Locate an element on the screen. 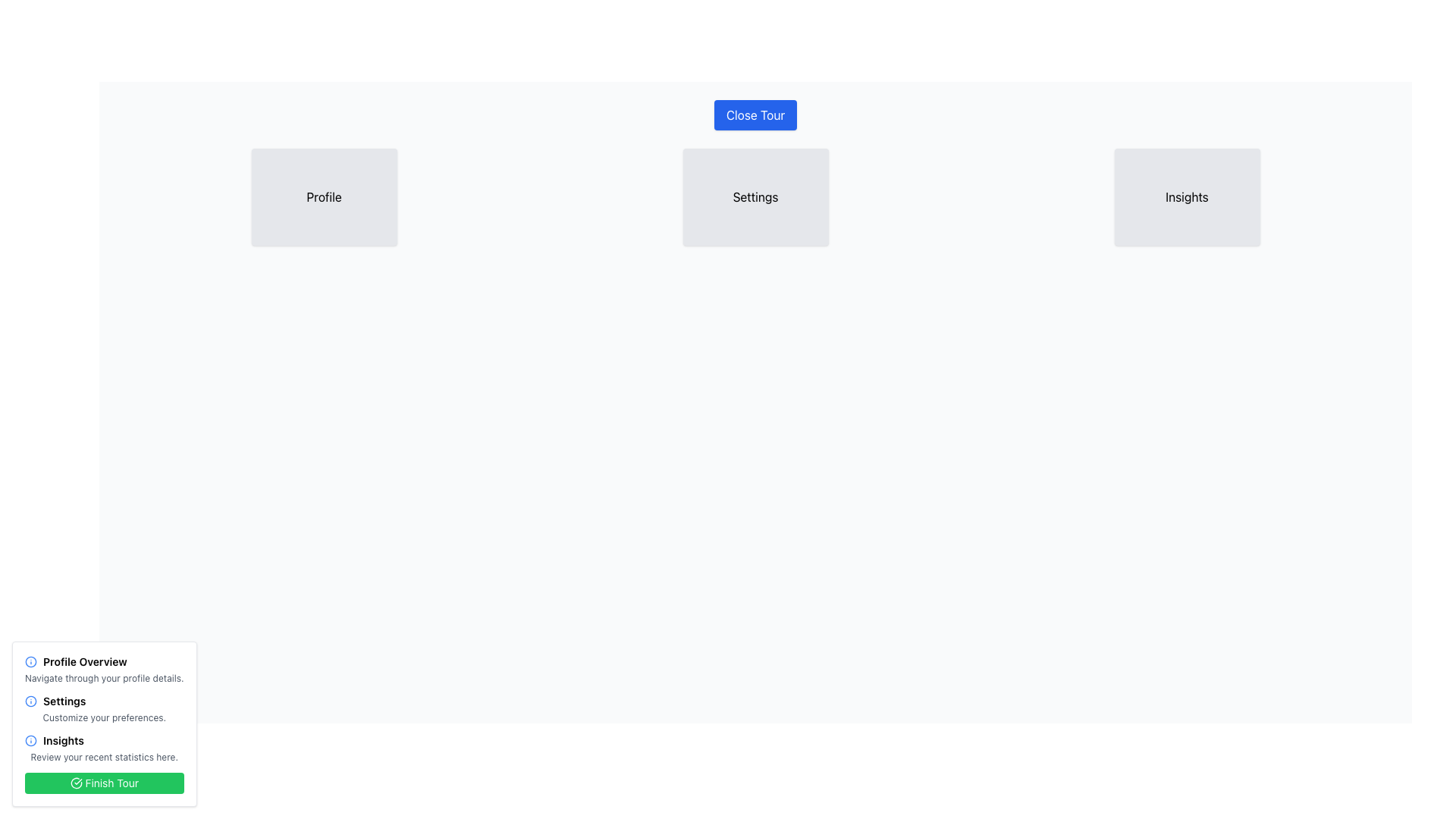 Image resolution: width=1456 pixels, height=819 pixels. information displayed on the Informational Card located at the bottom-left corner of the application interface, which includes sections for 'Profile Overview,' 'Settings,' and 'Insights' along with a 'Finish Tour' button is located at coordinates (103, 723).